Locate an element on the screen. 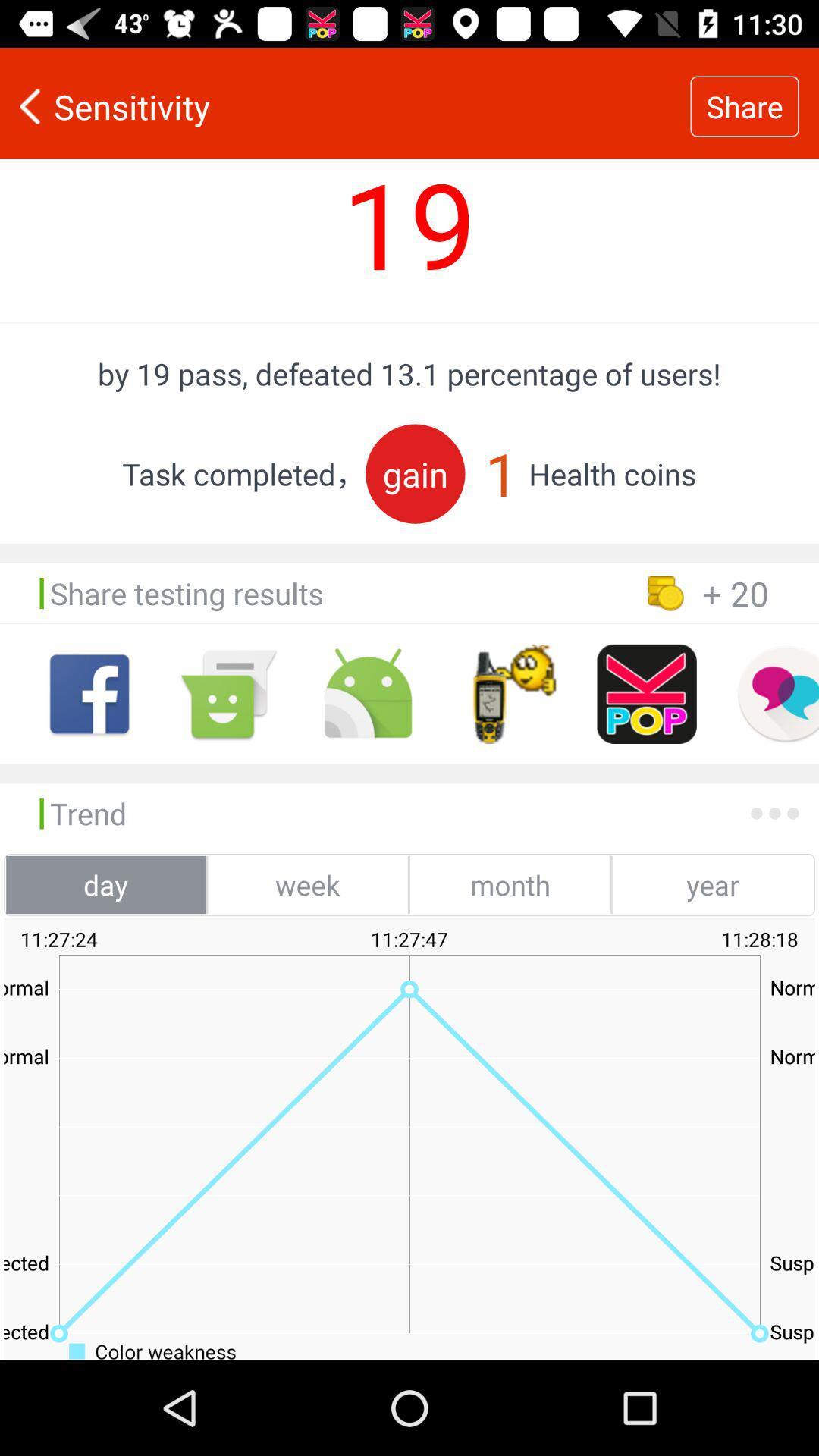 Image resolution: width=819 pixels, height=1456 pixels. share on facebook is located at coordinates (89, 693).